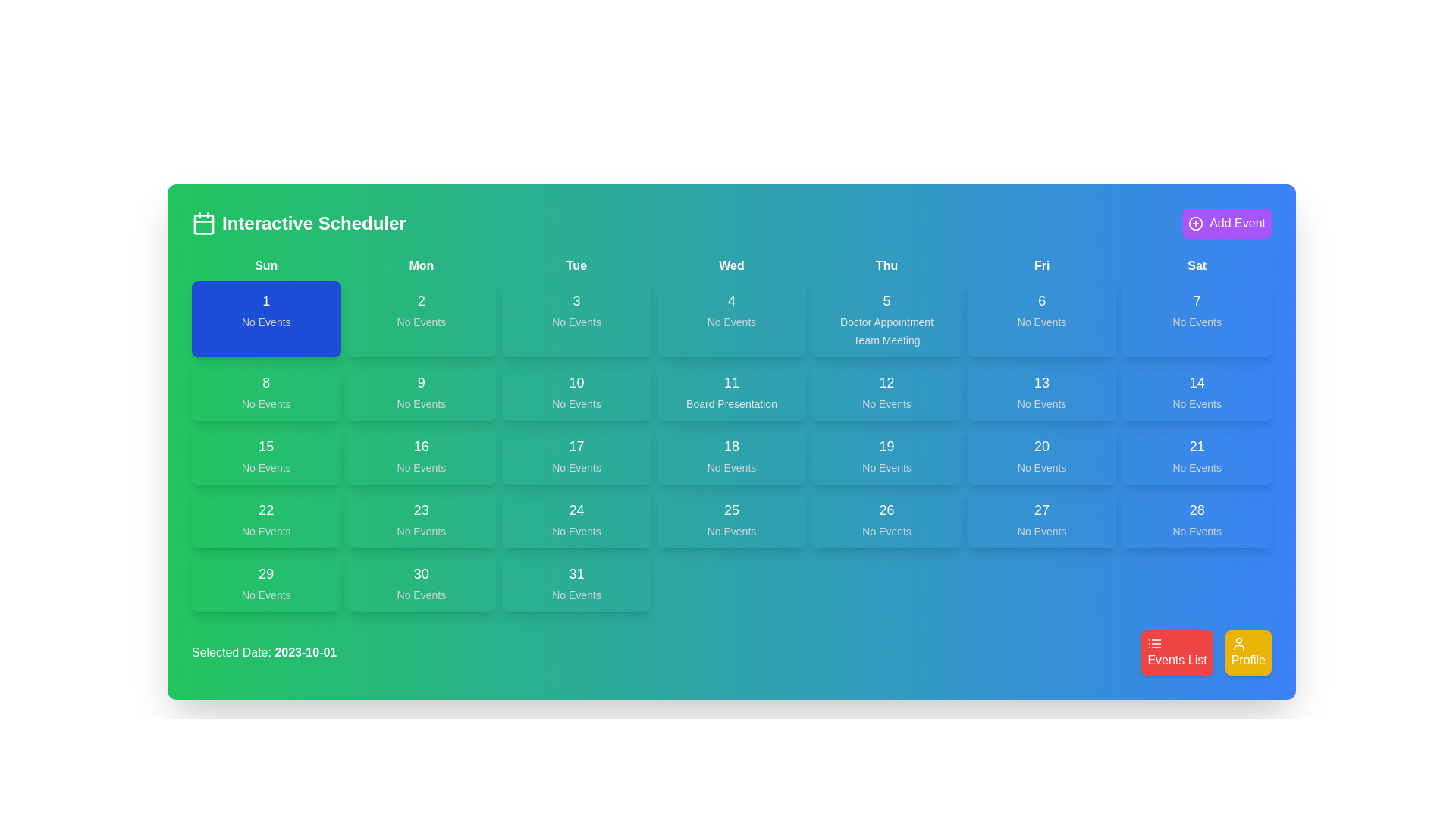  Describe the element at coordinates (421, 455) in the screenshot. I see `the calendar day display tile for the date 16, which has a light green background and displays 'No Events' below the number '16'` at that location.